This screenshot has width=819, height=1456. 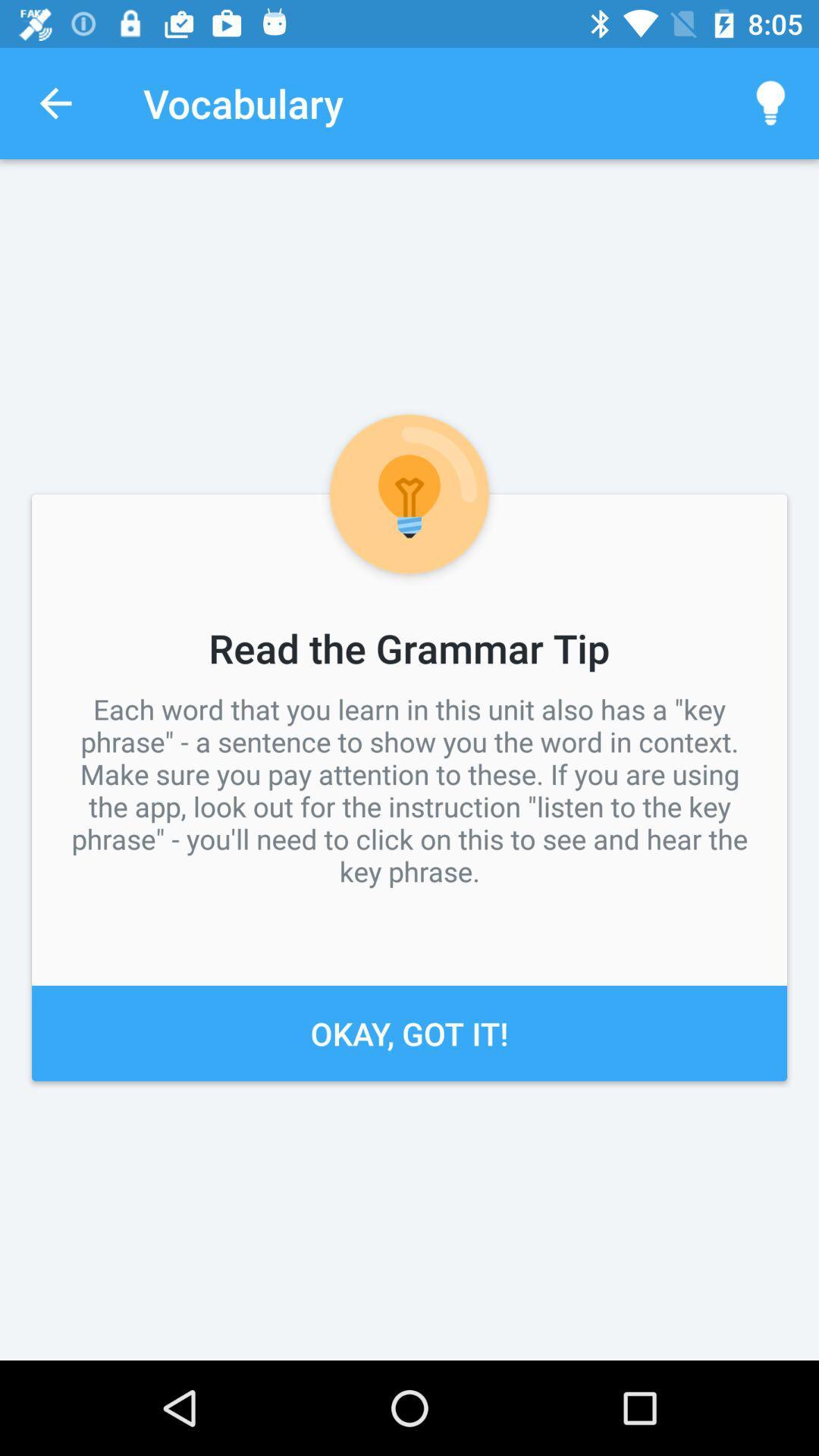 What do you see at coordinates (409, 1032) in the screenshot?
I see `okay, got it! item` at bounding box center [409, 1032].